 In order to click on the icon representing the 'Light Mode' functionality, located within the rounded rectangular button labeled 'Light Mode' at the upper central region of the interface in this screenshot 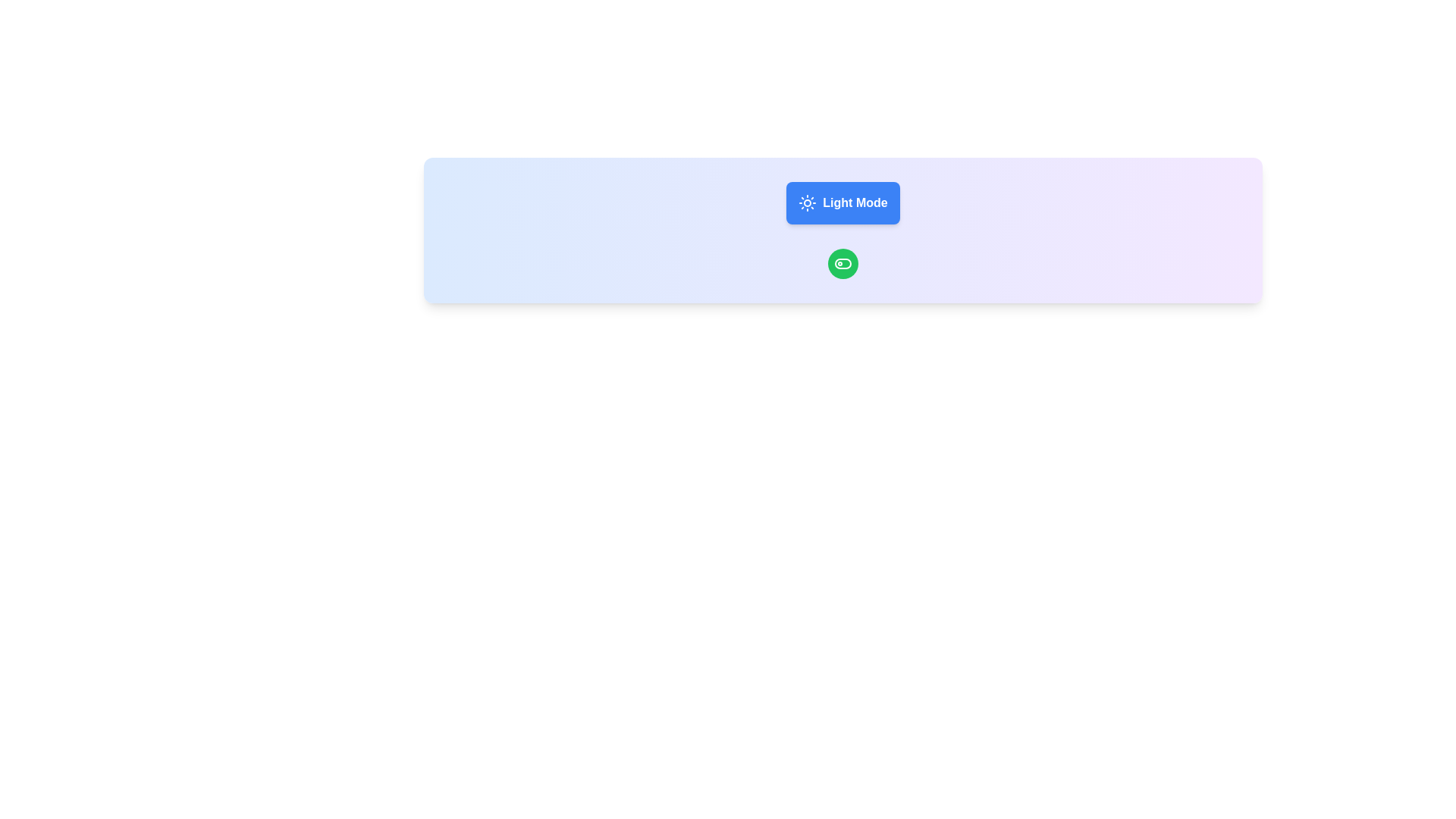, I will do `click(807, 202)`.